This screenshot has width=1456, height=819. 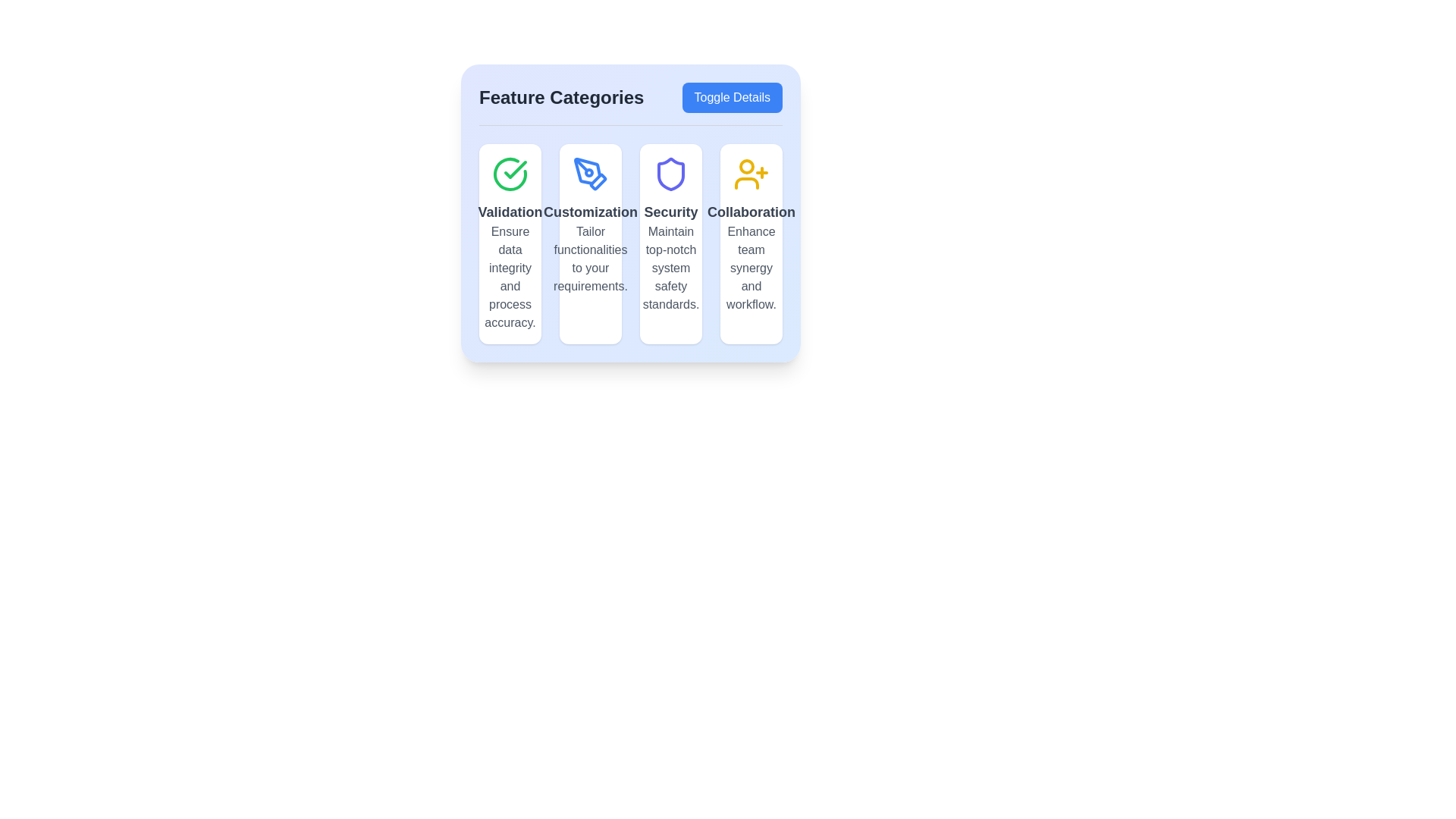 I want to click on descriptive text on the Informational card titled 'Customization', which is the second card in a grid of four cards located in the top row, so click(x=589, y=243).